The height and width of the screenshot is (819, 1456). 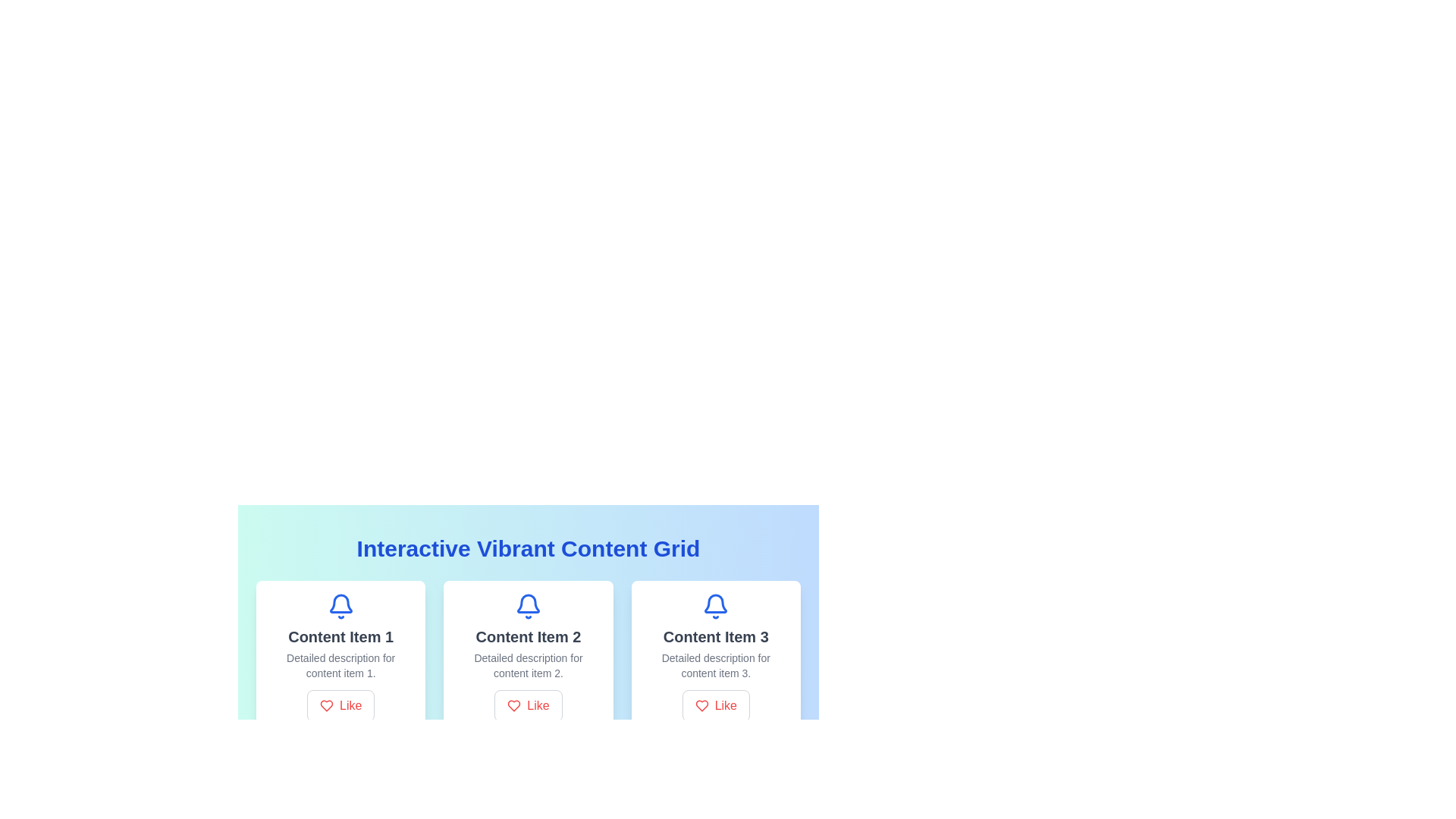 I want to click on the Text label that provides additional information about 'Content Item 3', located below the section title and above the 'Like' button, so click(x=715, y=665).